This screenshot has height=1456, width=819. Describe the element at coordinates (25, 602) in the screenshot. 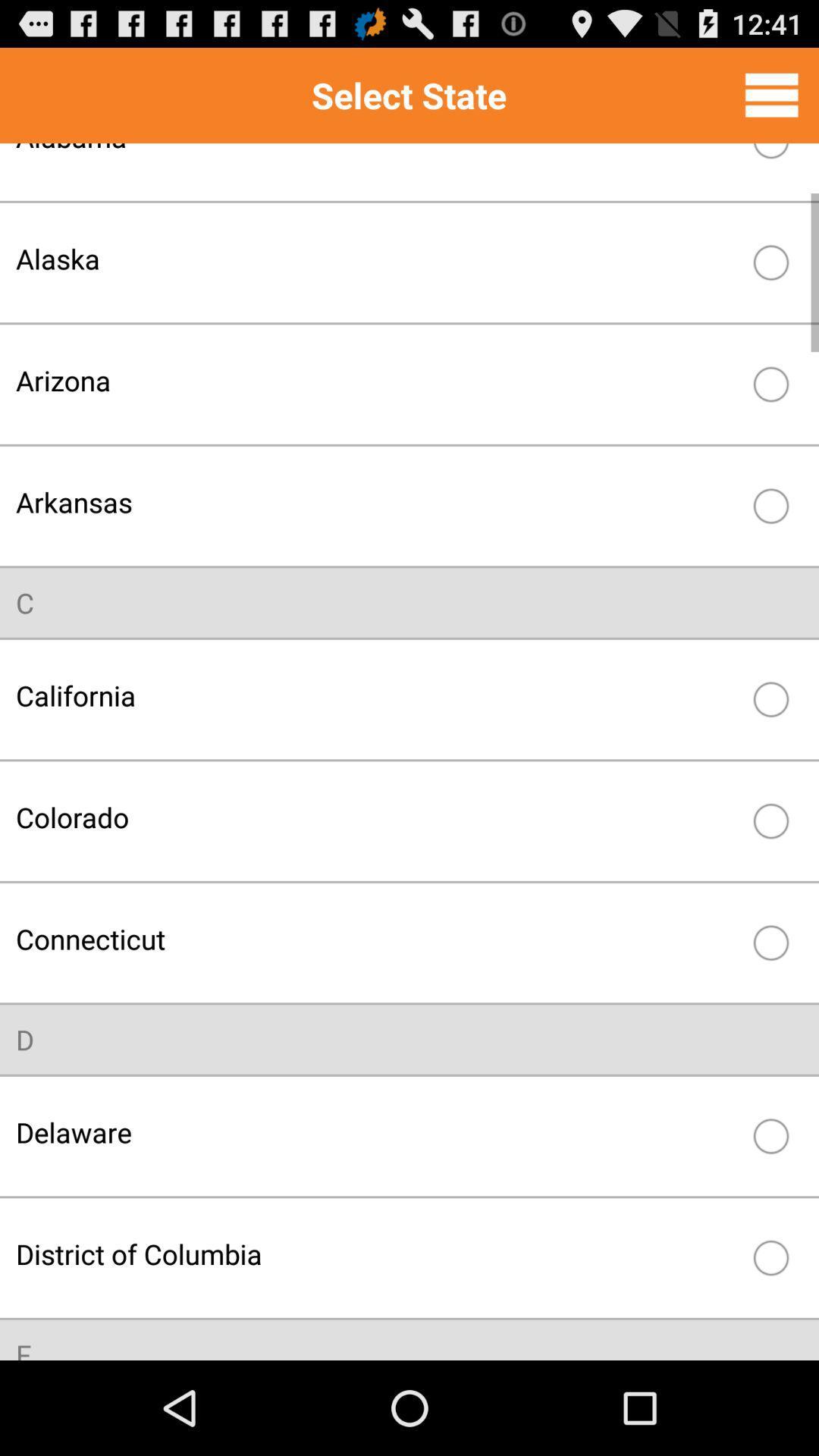

I see `c item` at that location.